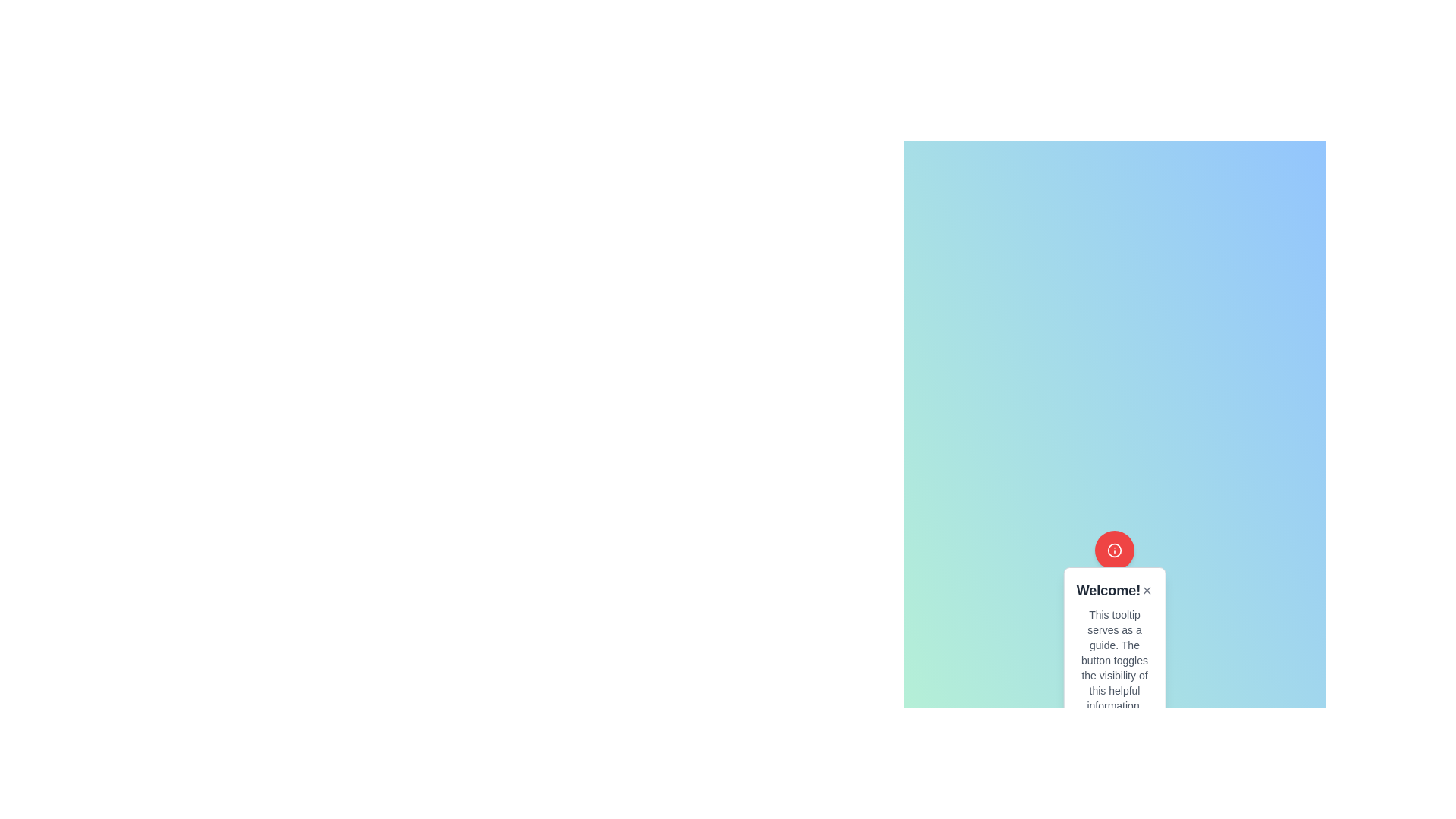 This screenshot has width=1456, height=819. Describe the element at coordinates (1114, 660) in the screenshot. I see `the explanatory text block located directly below the heading 'Welcome!' in the tooltip to read its guidance information` at that location.